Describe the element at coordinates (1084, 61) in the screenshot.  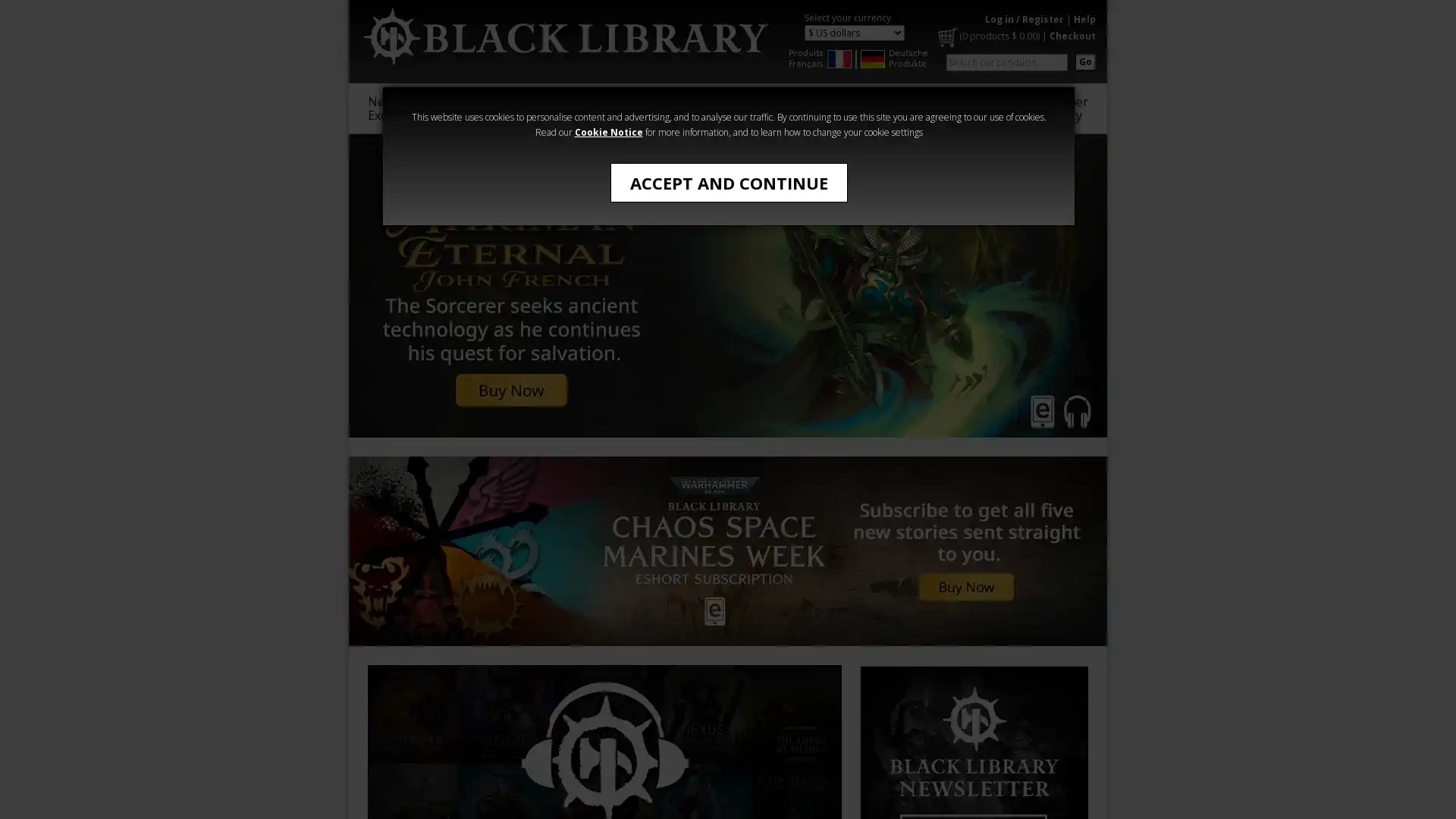
I see `Go` at that location.